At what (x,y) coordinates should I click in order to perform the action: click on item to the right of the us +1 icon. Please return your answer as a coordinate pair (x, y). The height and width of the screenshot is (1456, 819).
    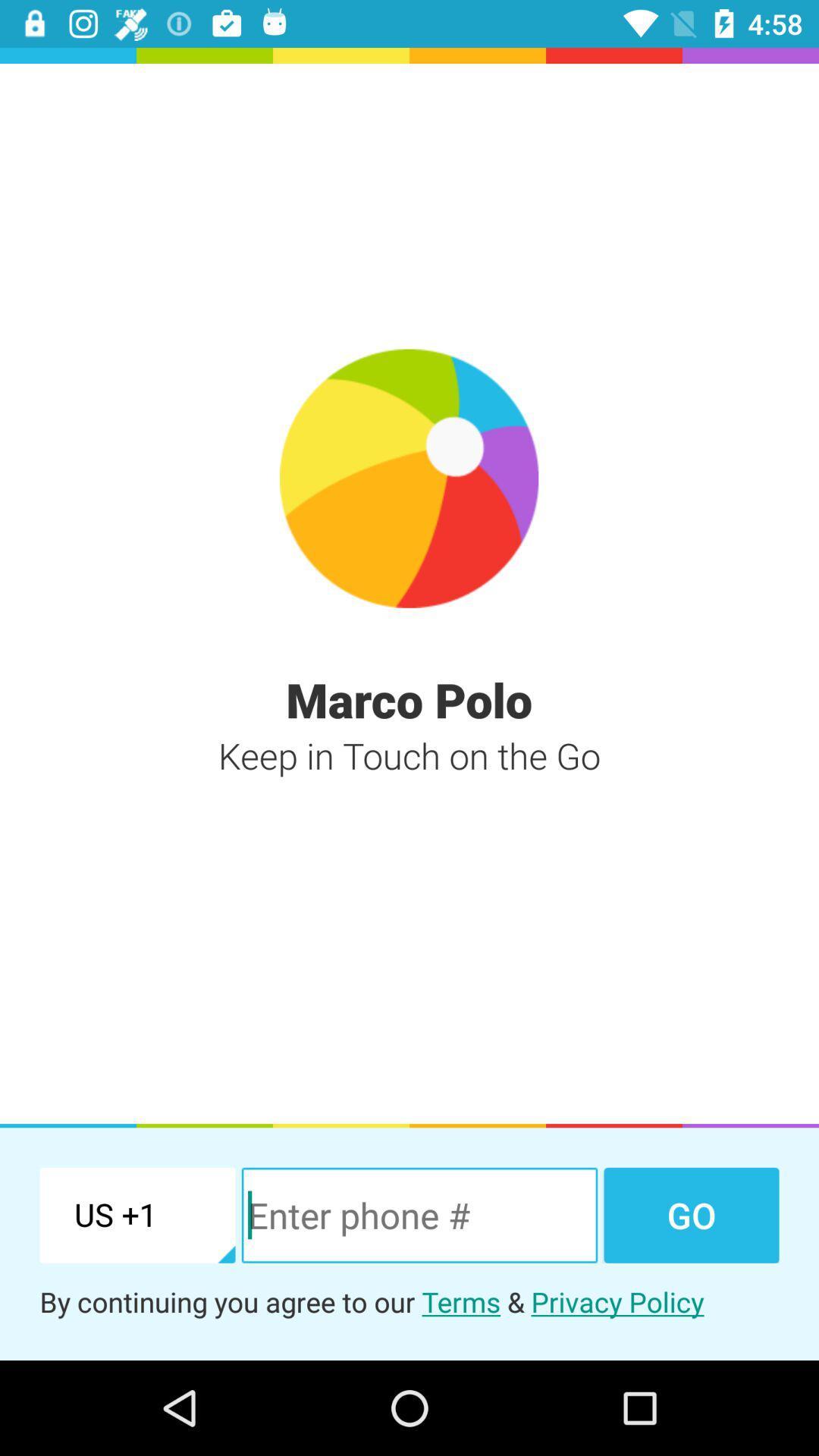
    Looking at the image, I should click on (419, 1215).